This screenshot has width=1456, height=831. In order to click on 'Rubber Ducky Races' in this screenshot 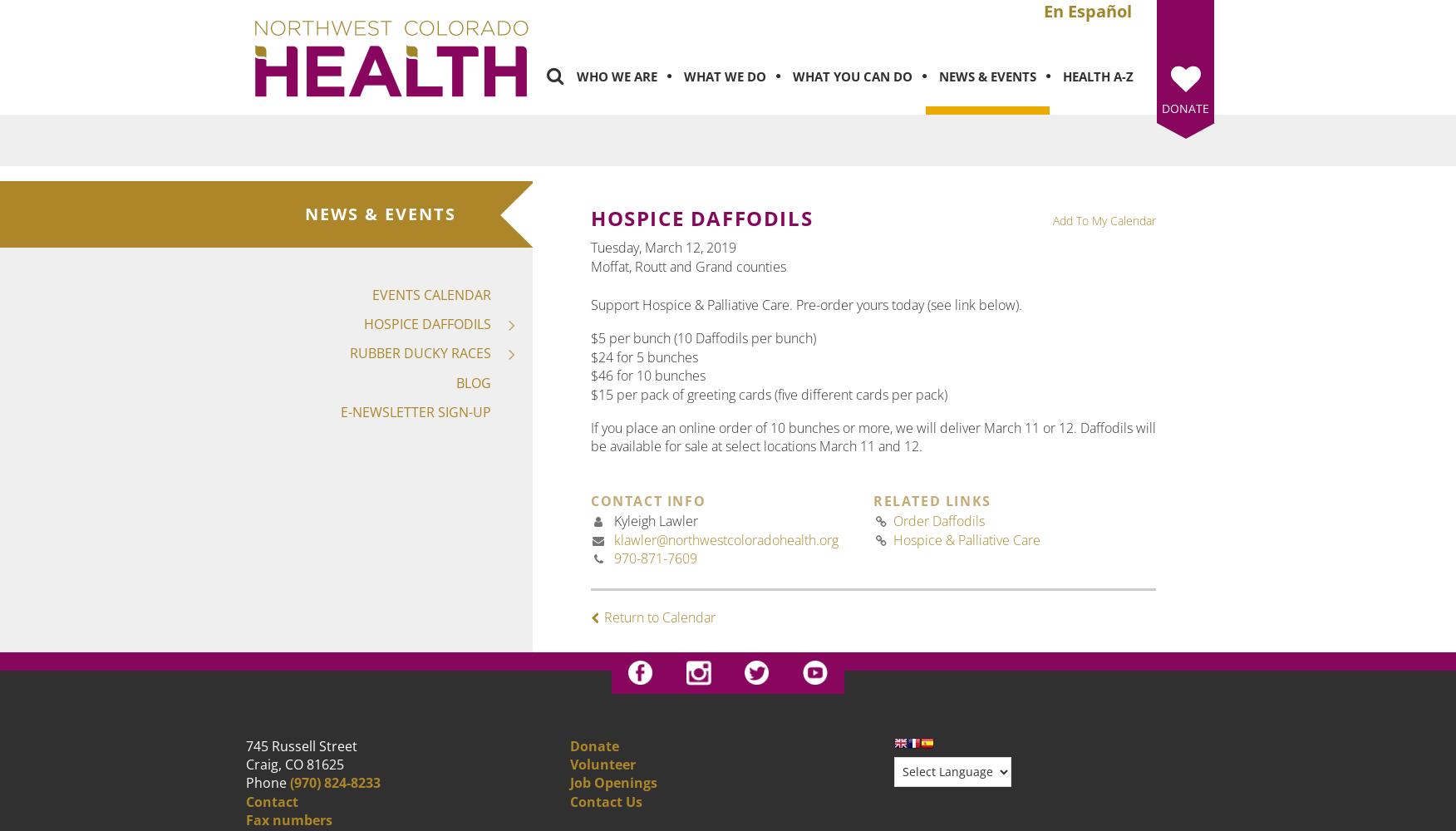, I will do `click(420, 353)`.